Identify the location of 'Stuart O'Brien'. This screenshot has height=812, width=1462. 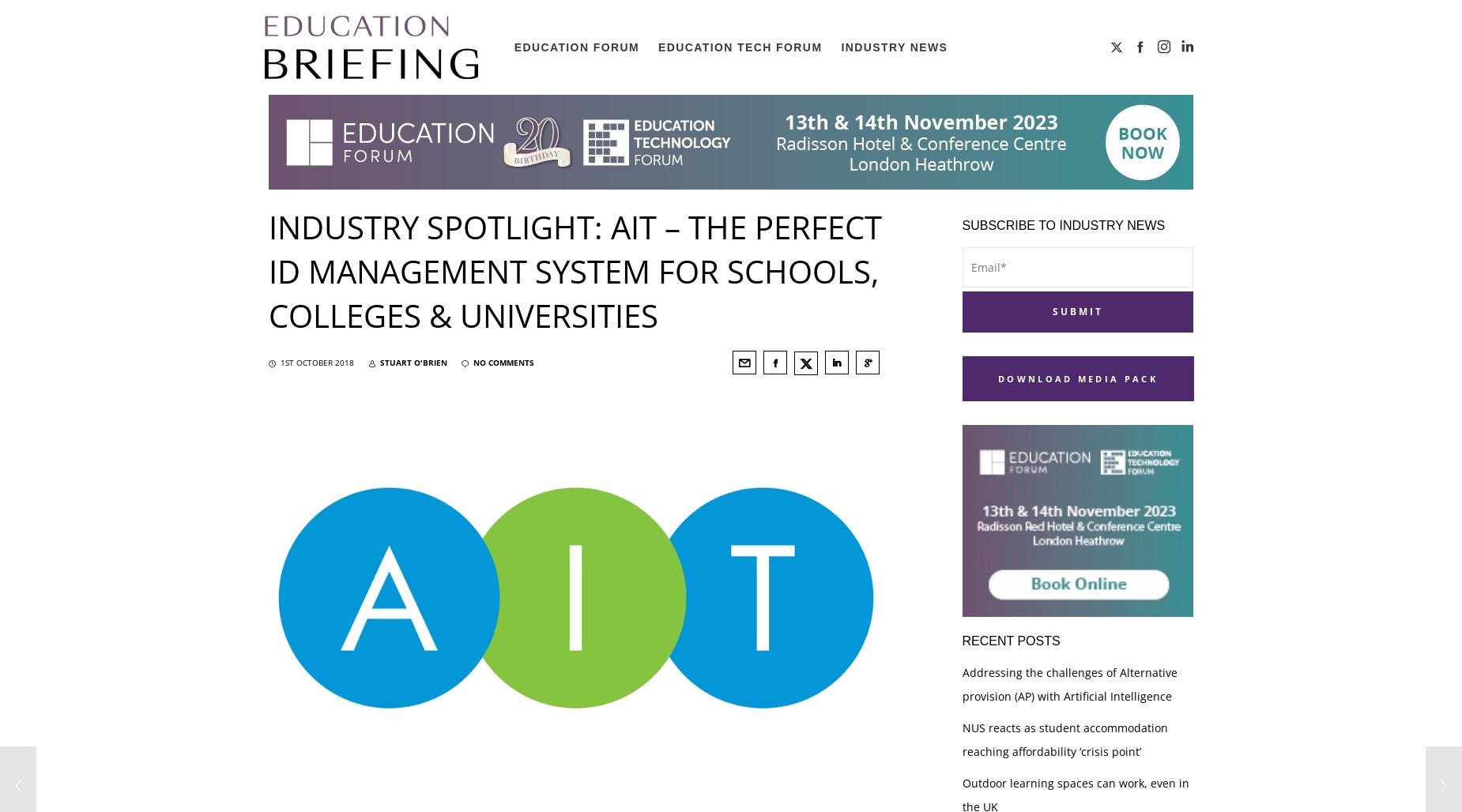
(413, 362).